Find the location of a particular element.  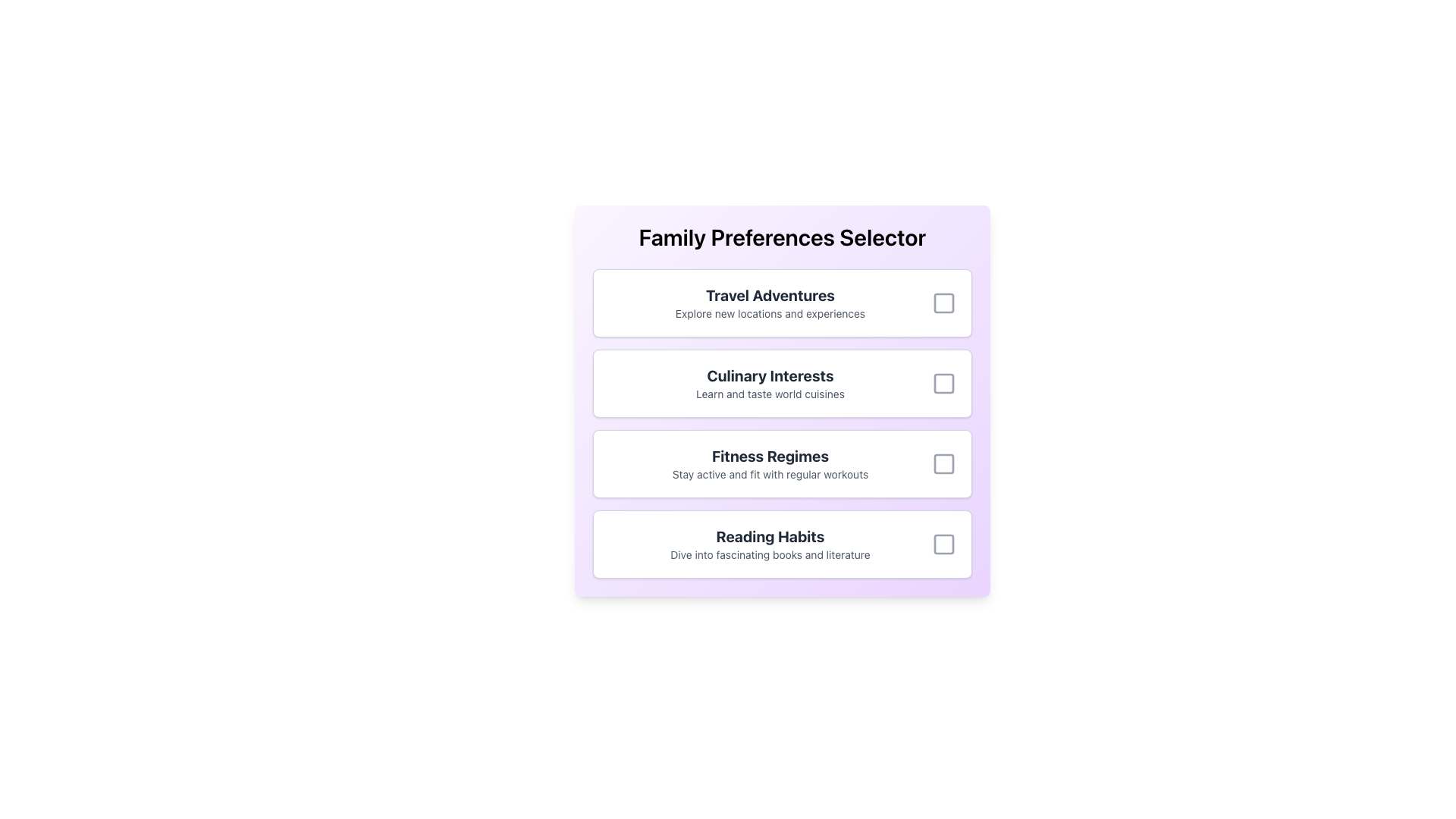

the 'Travel Adventures' selection checkbox located at the far right end of its row is located at coordinates (943, 303).